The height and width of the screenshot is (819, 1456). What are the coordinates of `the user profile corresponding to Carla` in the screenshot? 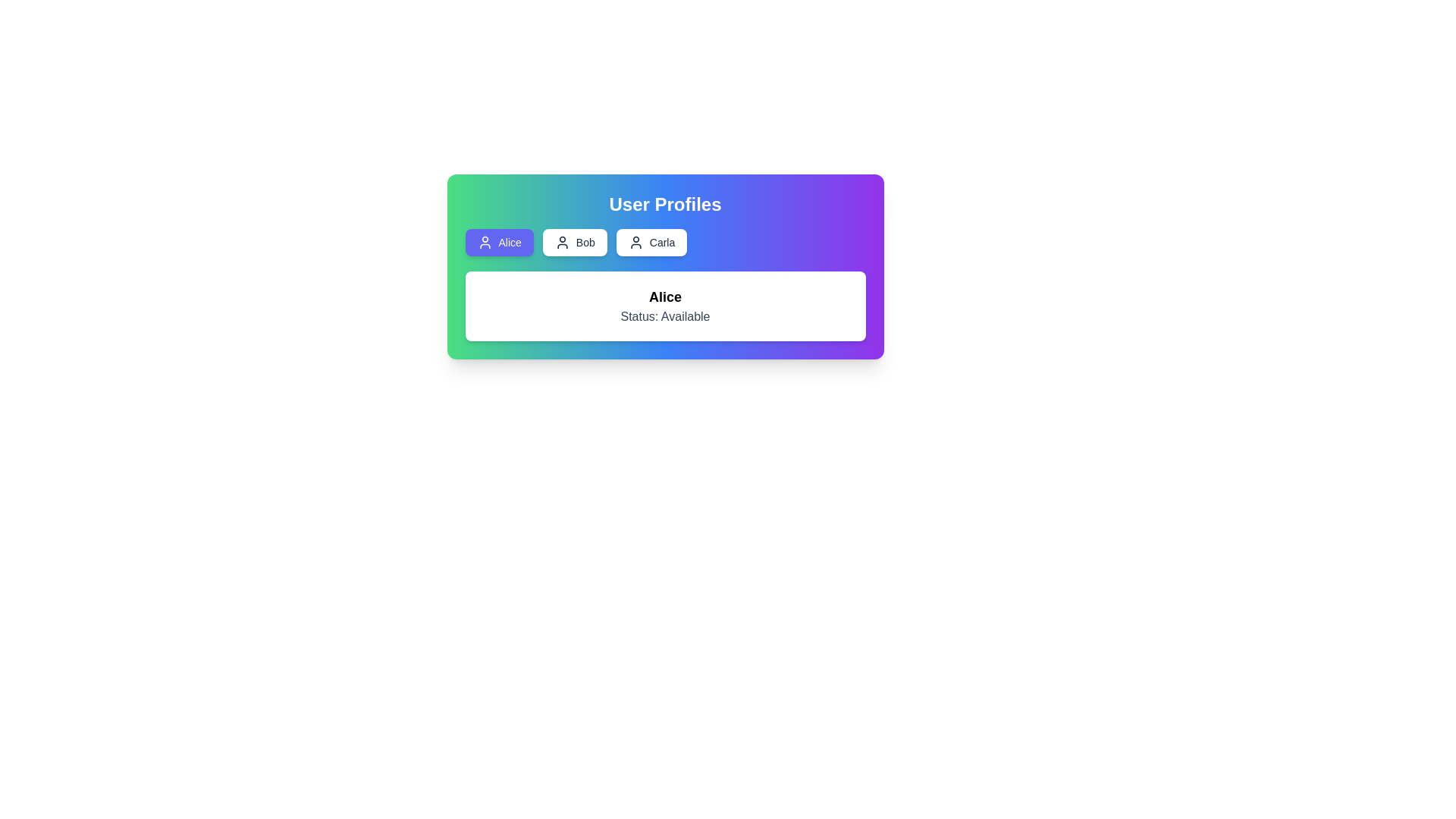 It's located at (651, 242).